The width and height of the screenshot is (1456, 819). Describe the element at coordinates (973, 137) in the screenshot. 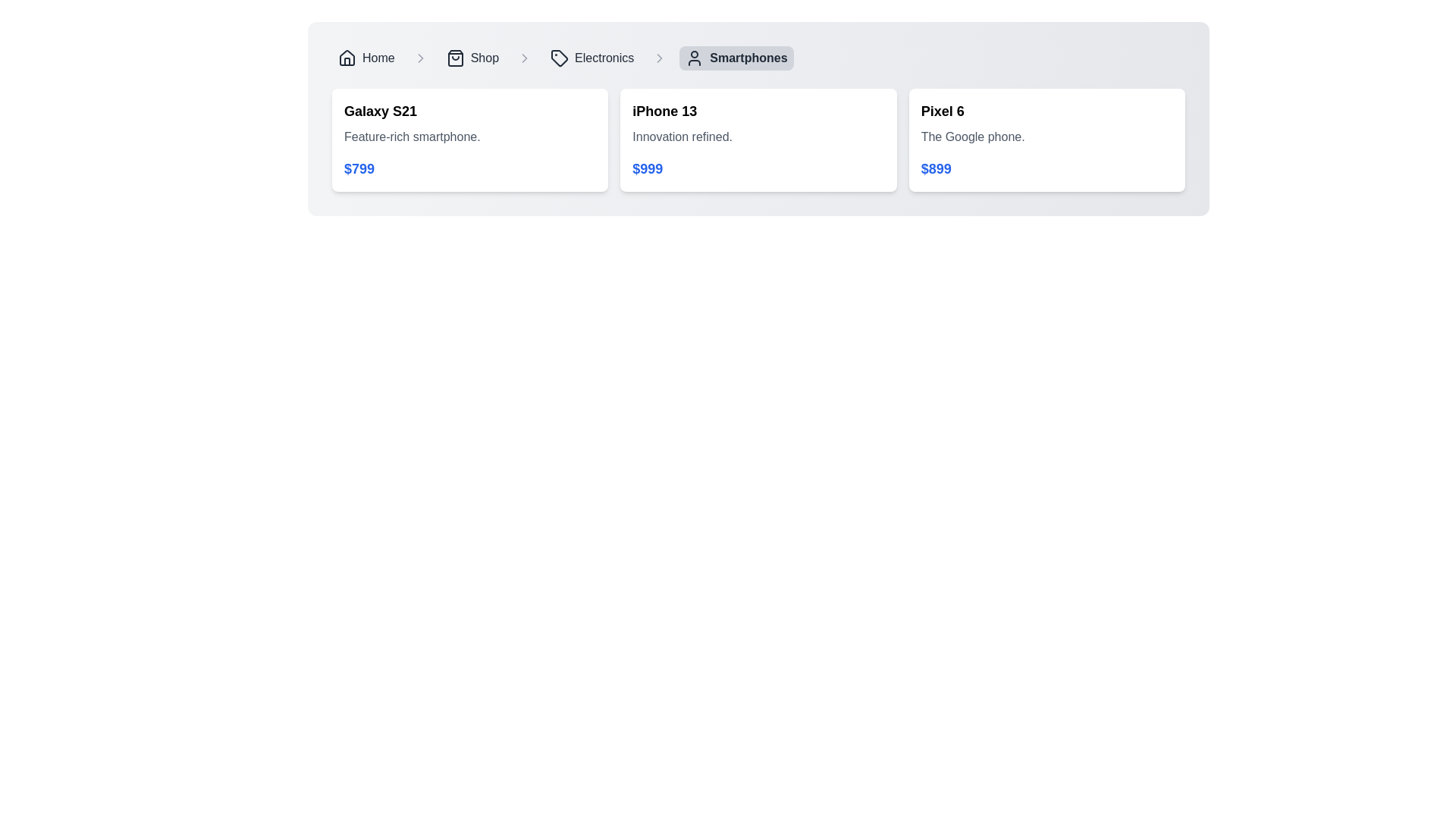

I see `the text label that reads 'The Google phone.' which is styled in gray and positioned below the title 'Pixel 6.'` at that location.